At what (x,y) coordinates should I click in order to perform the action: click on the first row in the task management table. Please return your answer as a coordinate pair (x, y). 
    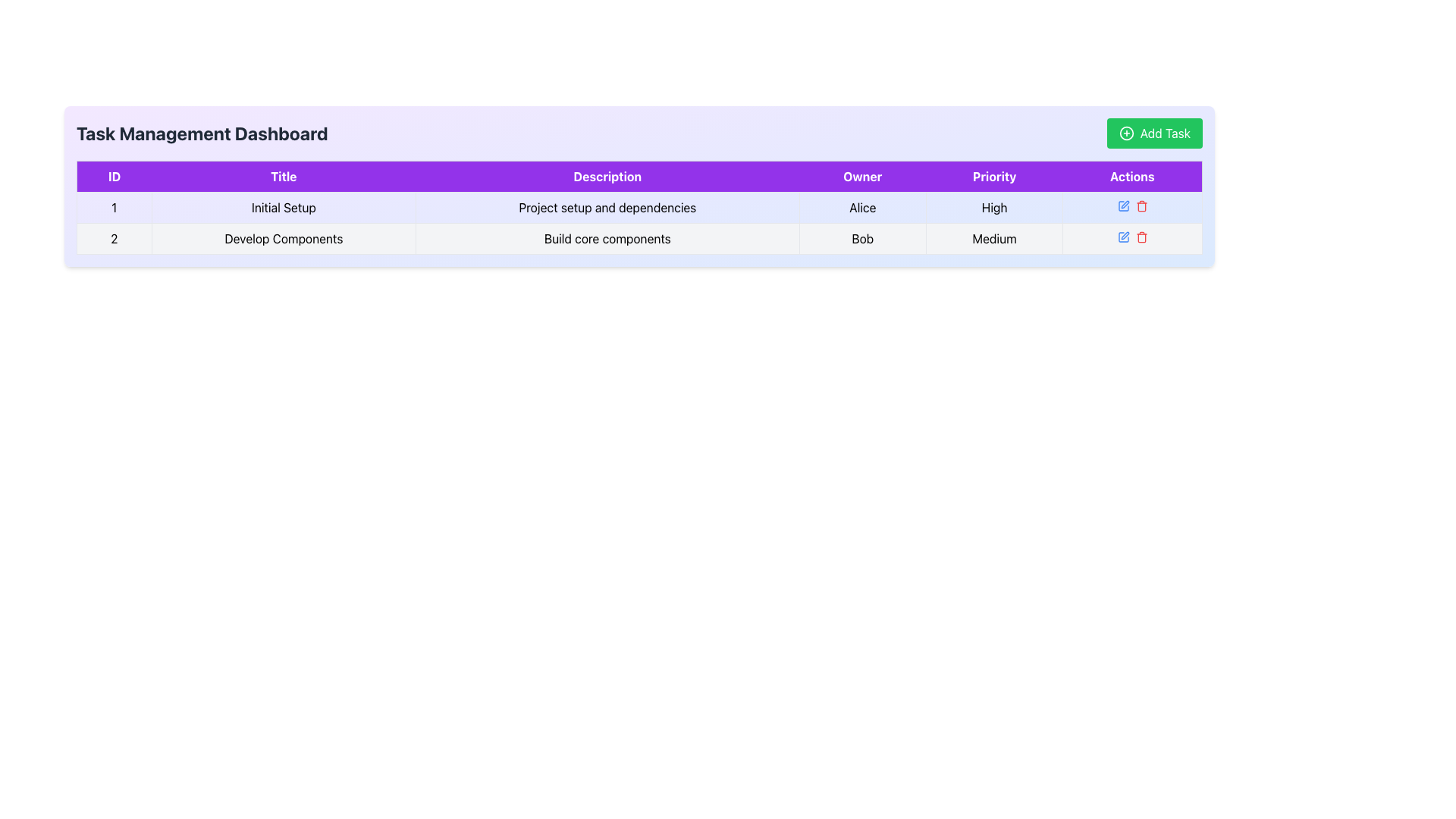
    Looking at the image, I should click on (639, 223).